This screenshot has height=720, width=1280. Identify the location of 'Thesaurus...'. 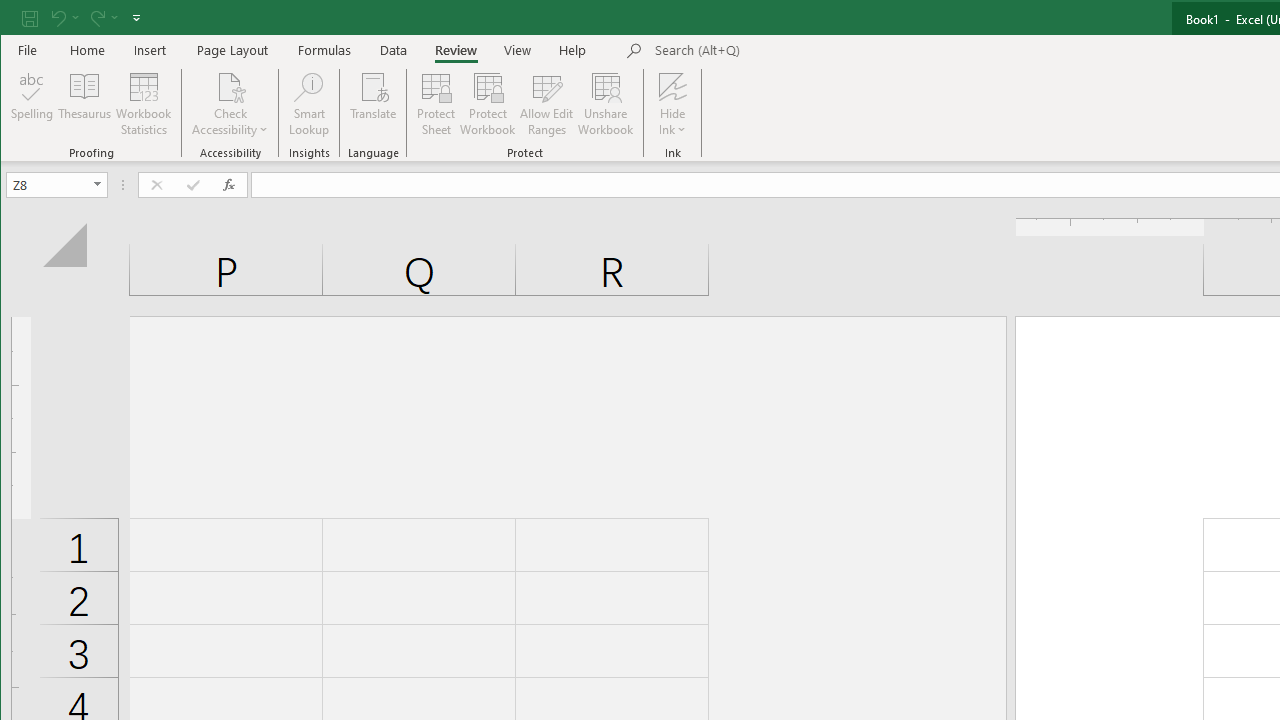
(84, 104).